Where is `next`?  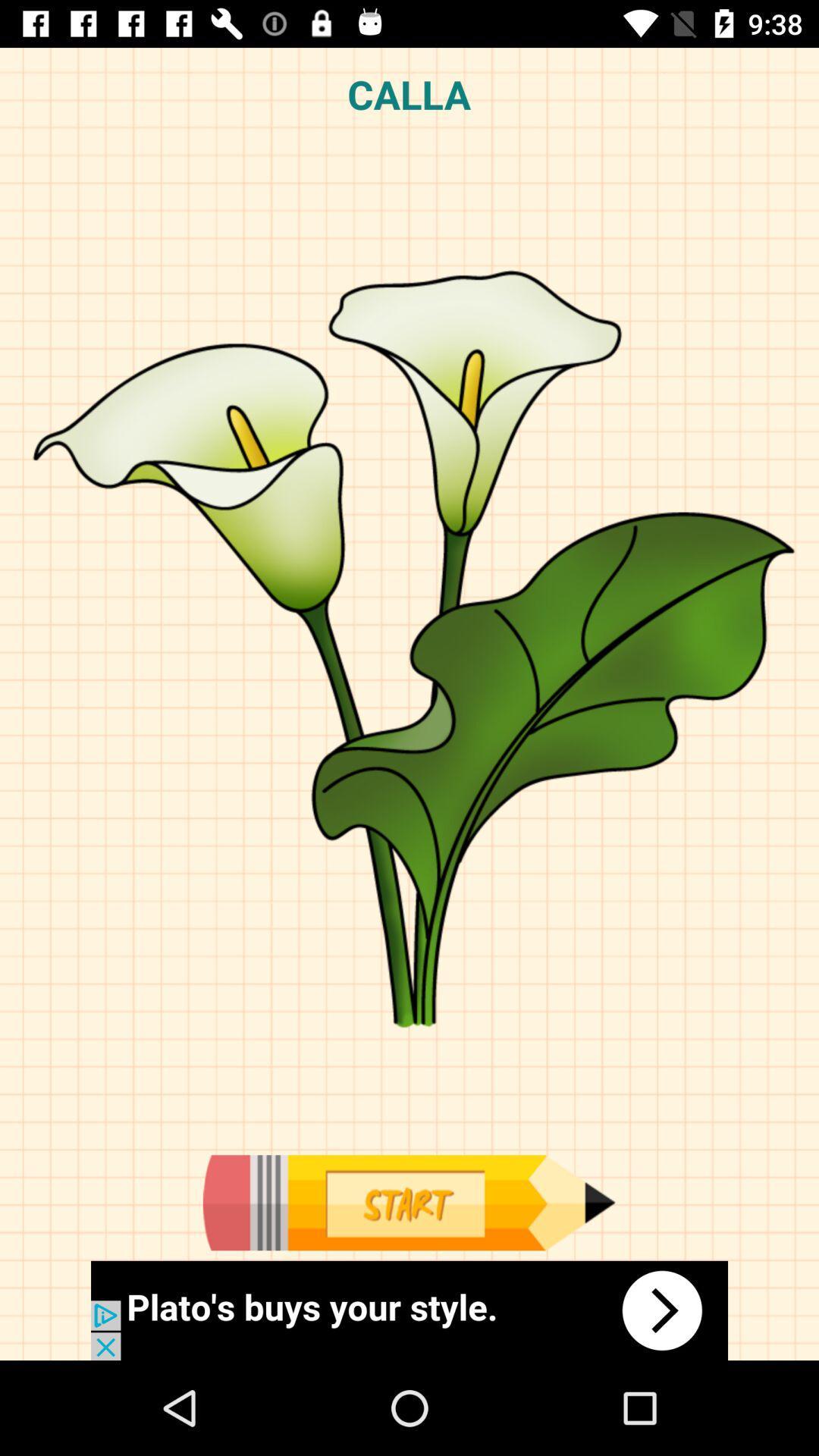
next is located at coordinates (409, 1310).